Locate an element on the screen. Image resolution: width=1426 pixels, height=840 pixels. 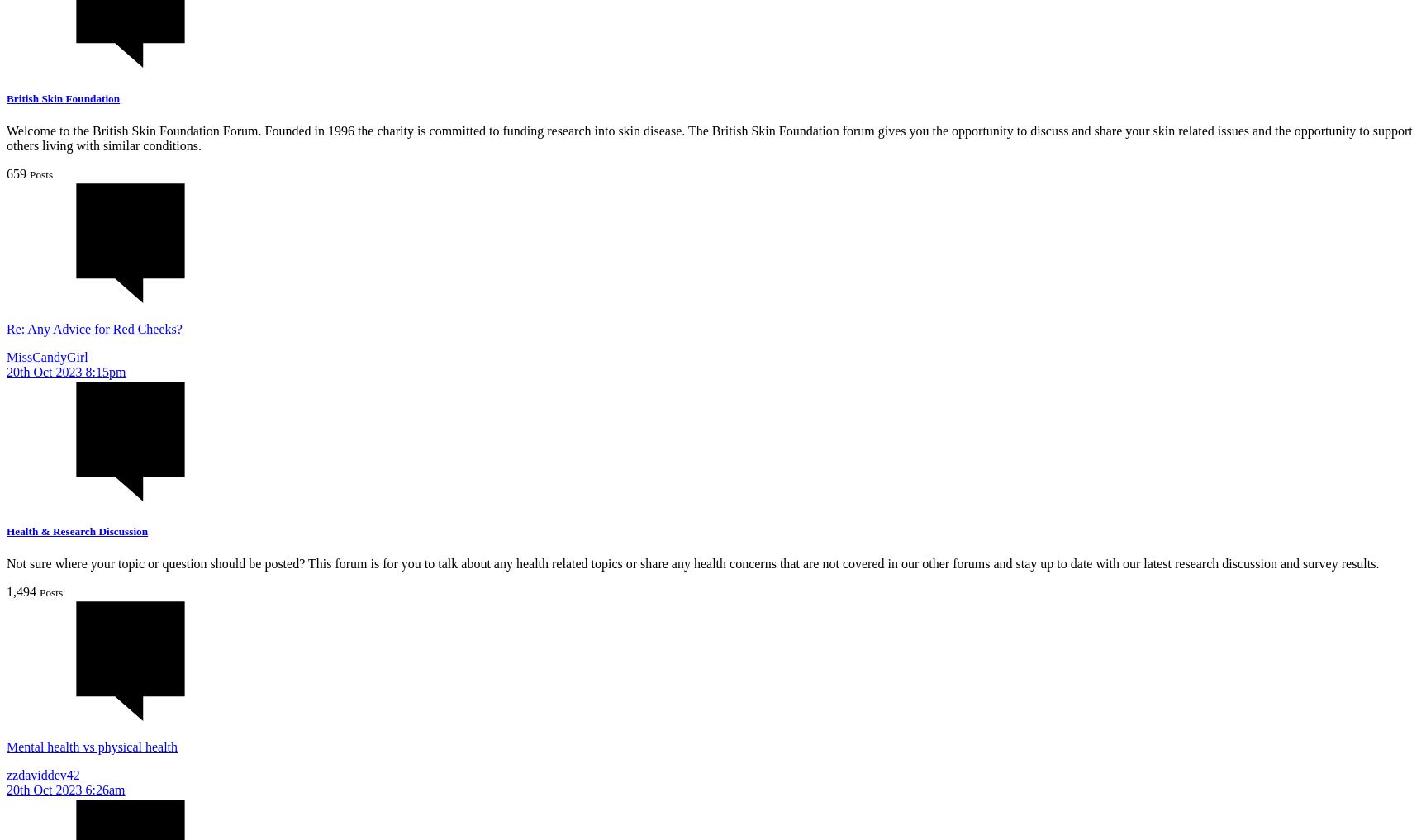
'1,494' is located at coordinates (21, 591).